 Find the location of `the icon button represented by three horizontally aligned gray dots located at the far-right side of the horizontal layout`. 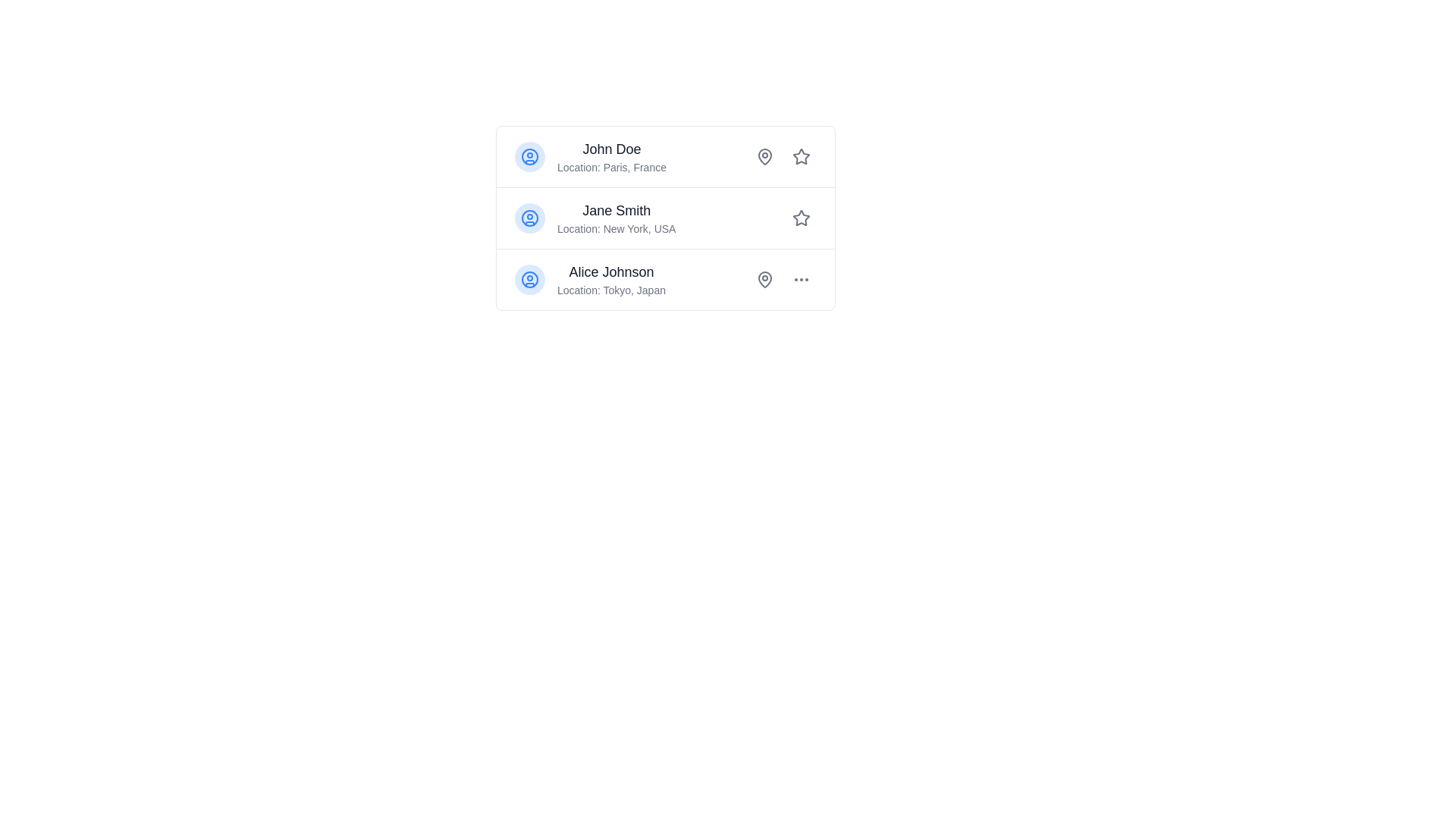

the icon button represented by three horizontally aligned gray dots located at the far-right side of the horizontal layout is located at coordinates (800, 280).